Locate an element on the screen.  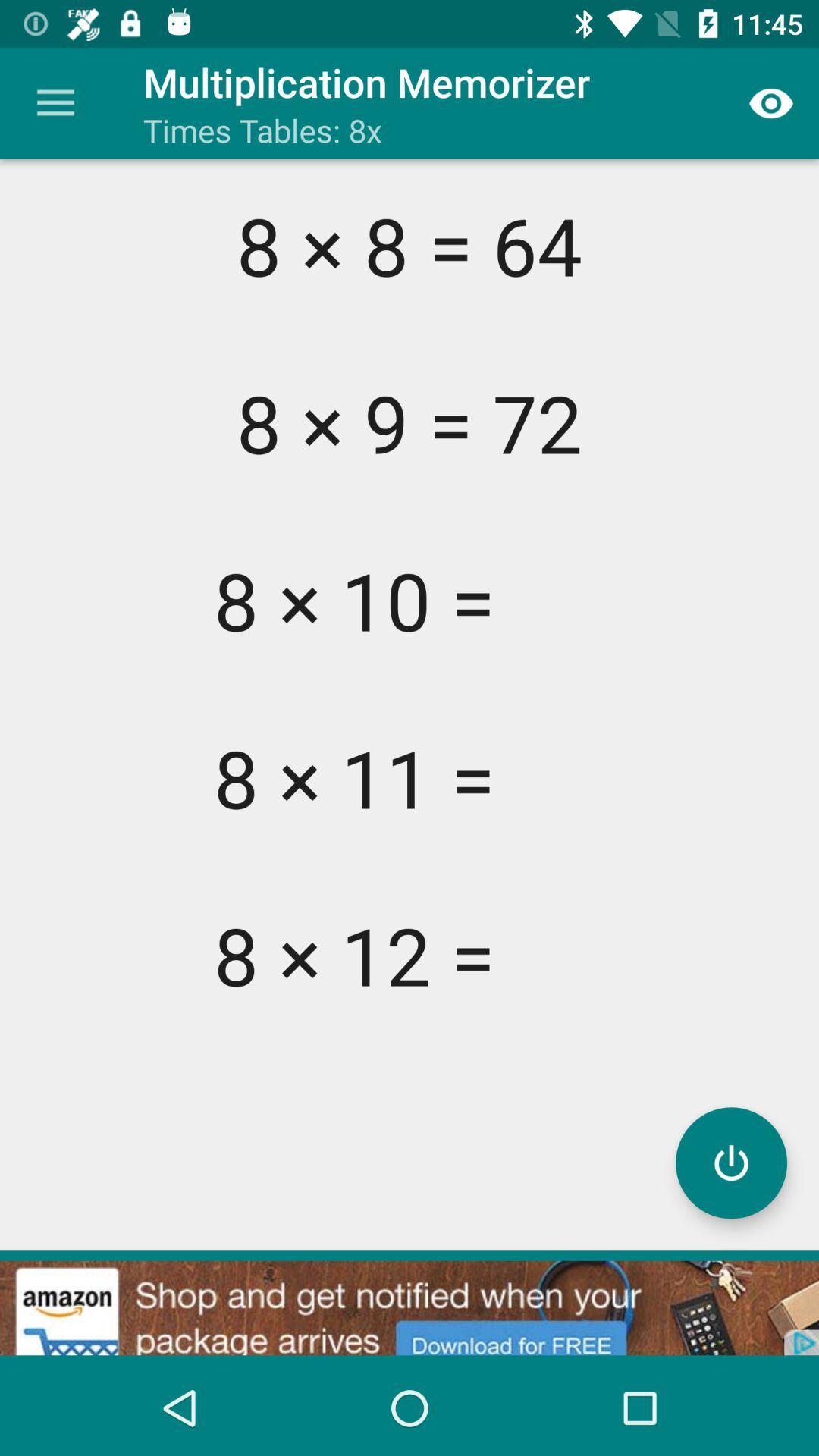
the multiplication memorizer is located at coordinates (730, 1162).